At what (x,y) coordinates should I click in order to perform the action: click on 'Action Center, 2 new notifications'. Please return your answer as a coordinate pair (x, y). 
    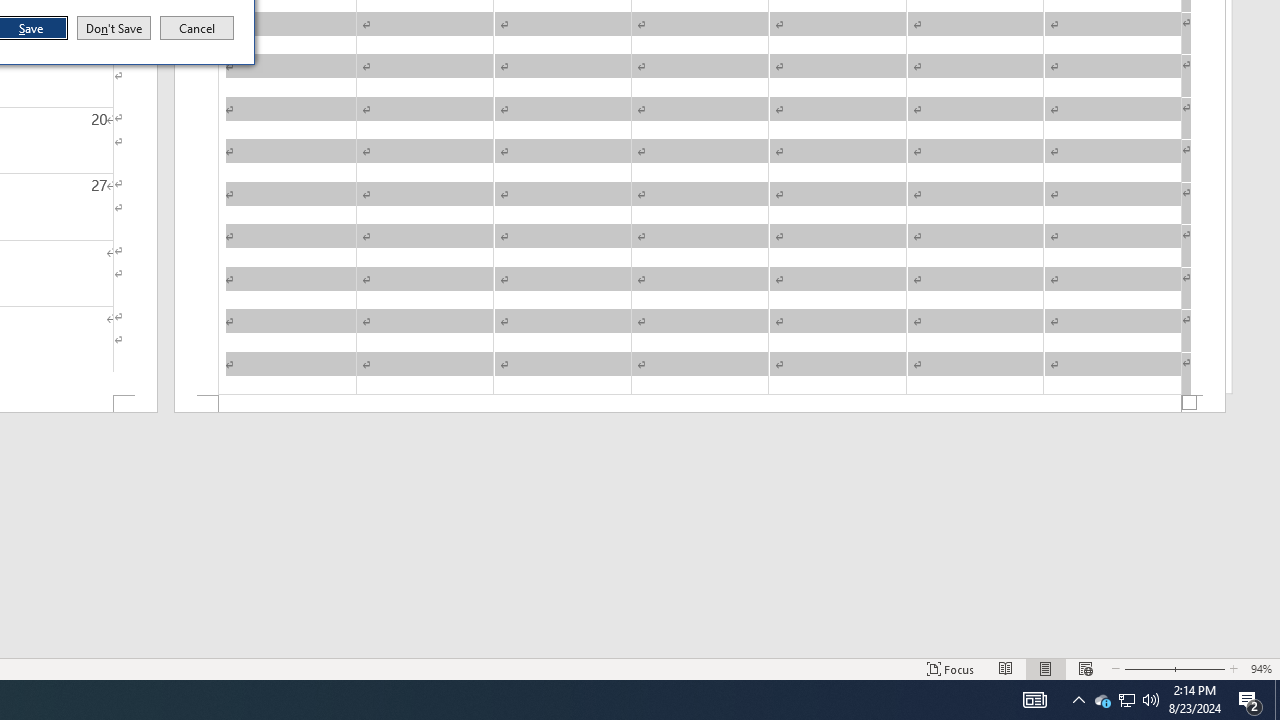
    Looking at the image, I should click on (1250, 698).